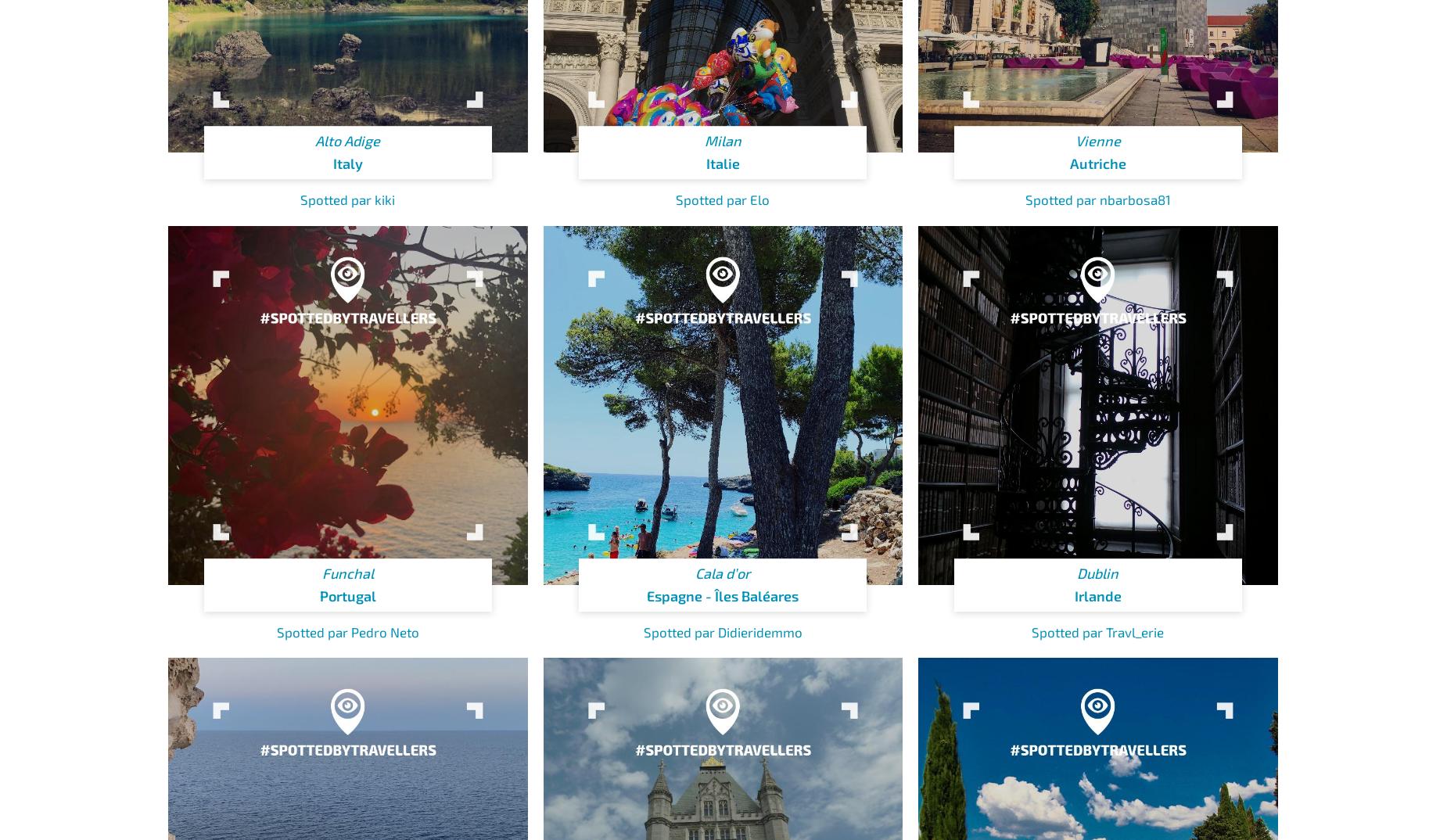 This screenshot has width=1447, height=840. I want to click on 'Espagne - Îles Baléares', so click(723, 595).